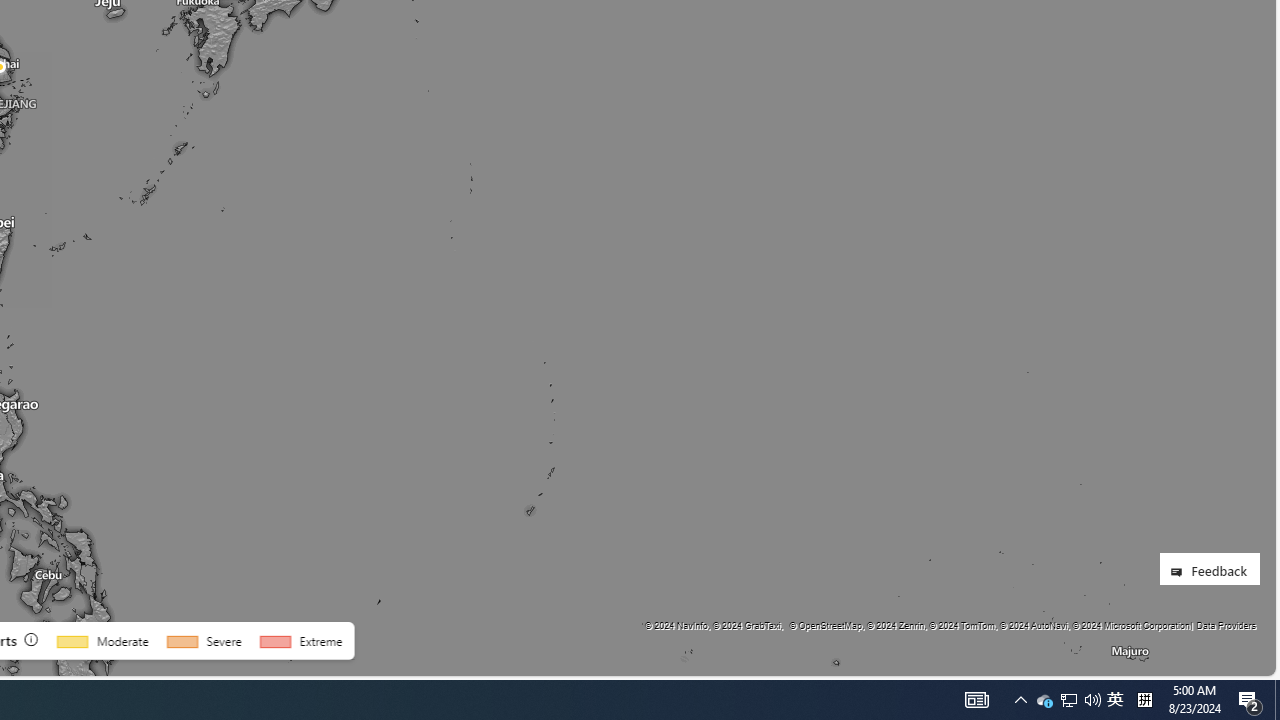 This screenshot has height=720, width=1280. What do you see at coordinates (1180, 572) in the screenshot?
I see `'Class: feedback_link_icon-DS-EntryPoint1-1'` at bounding box center [1180, 572].